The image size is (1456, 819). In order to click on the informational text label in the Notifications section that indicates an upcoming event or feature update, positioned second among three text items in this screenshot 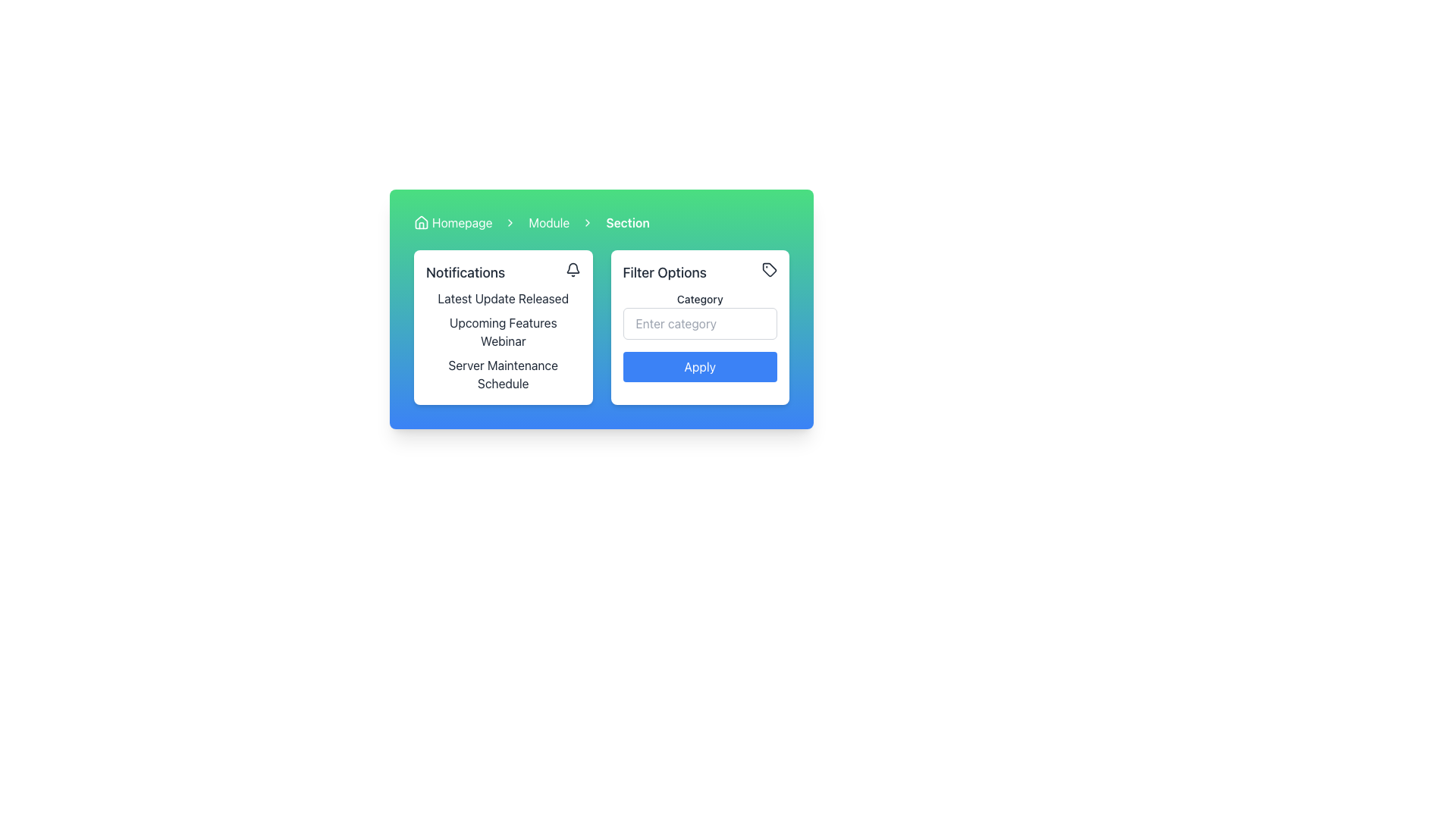, I will do `click(503, 331)`.